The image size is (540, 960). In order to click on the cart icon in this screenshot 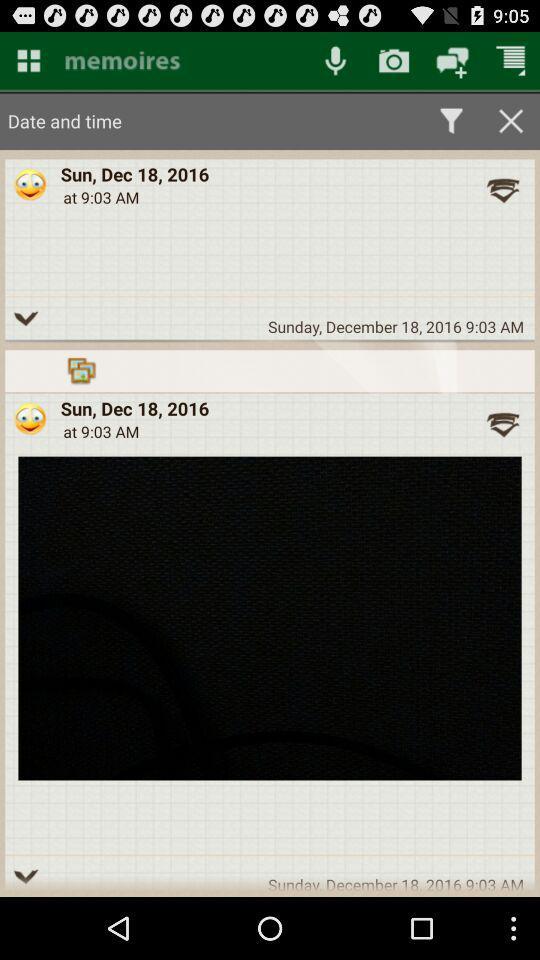, I will do `click(511, 64)`.